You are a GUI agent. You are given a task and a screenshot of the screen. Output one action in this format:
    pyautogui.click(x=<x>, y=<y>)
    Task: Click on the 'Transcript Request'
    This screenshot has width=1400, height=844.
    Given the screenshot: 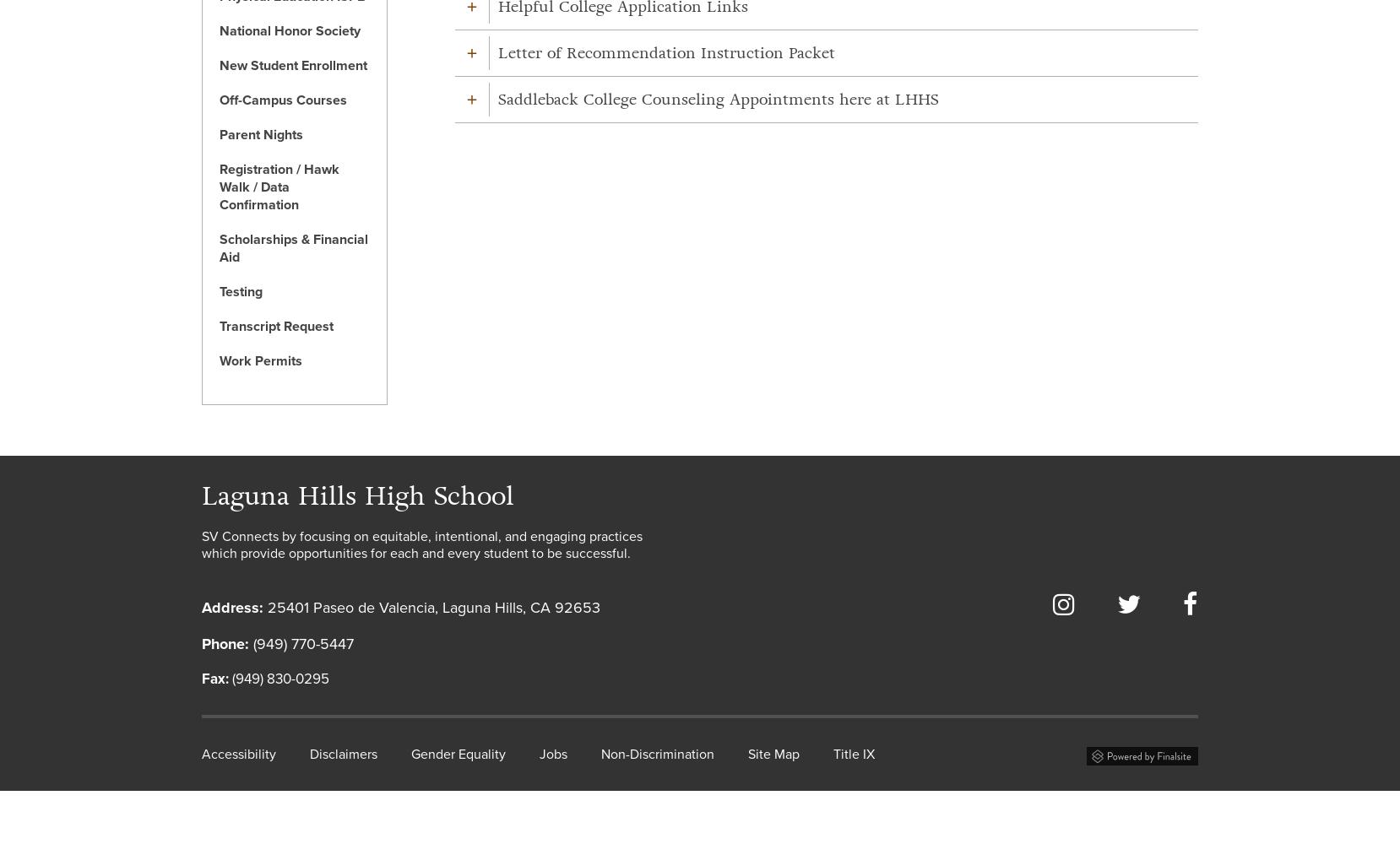 What is the action you would take?
    pyautogui.click(x=275, y=326)
    